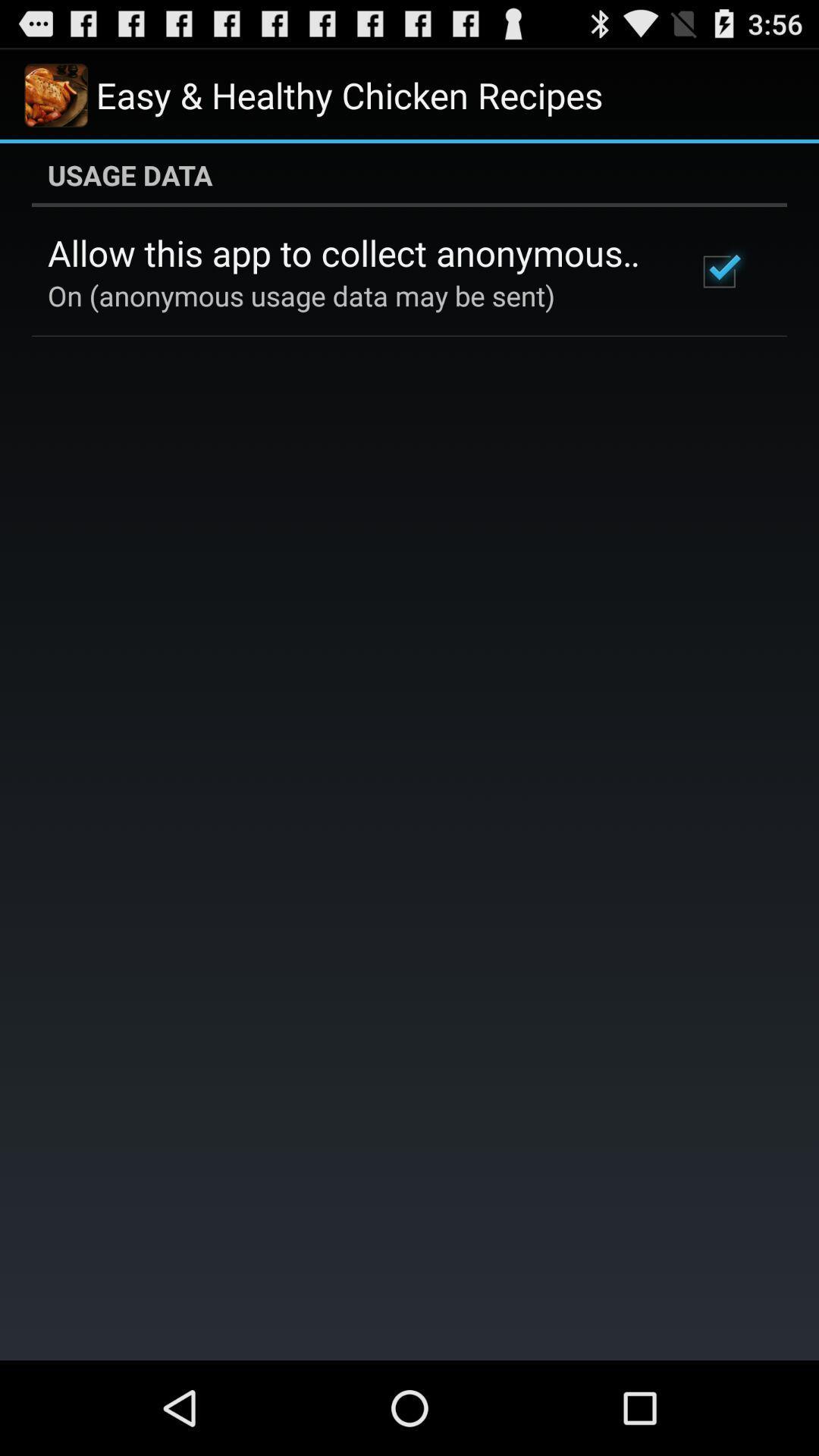  Describe the element at coordinates (351, 253) in the screenshot. I see `the allow this app icon` at that location.